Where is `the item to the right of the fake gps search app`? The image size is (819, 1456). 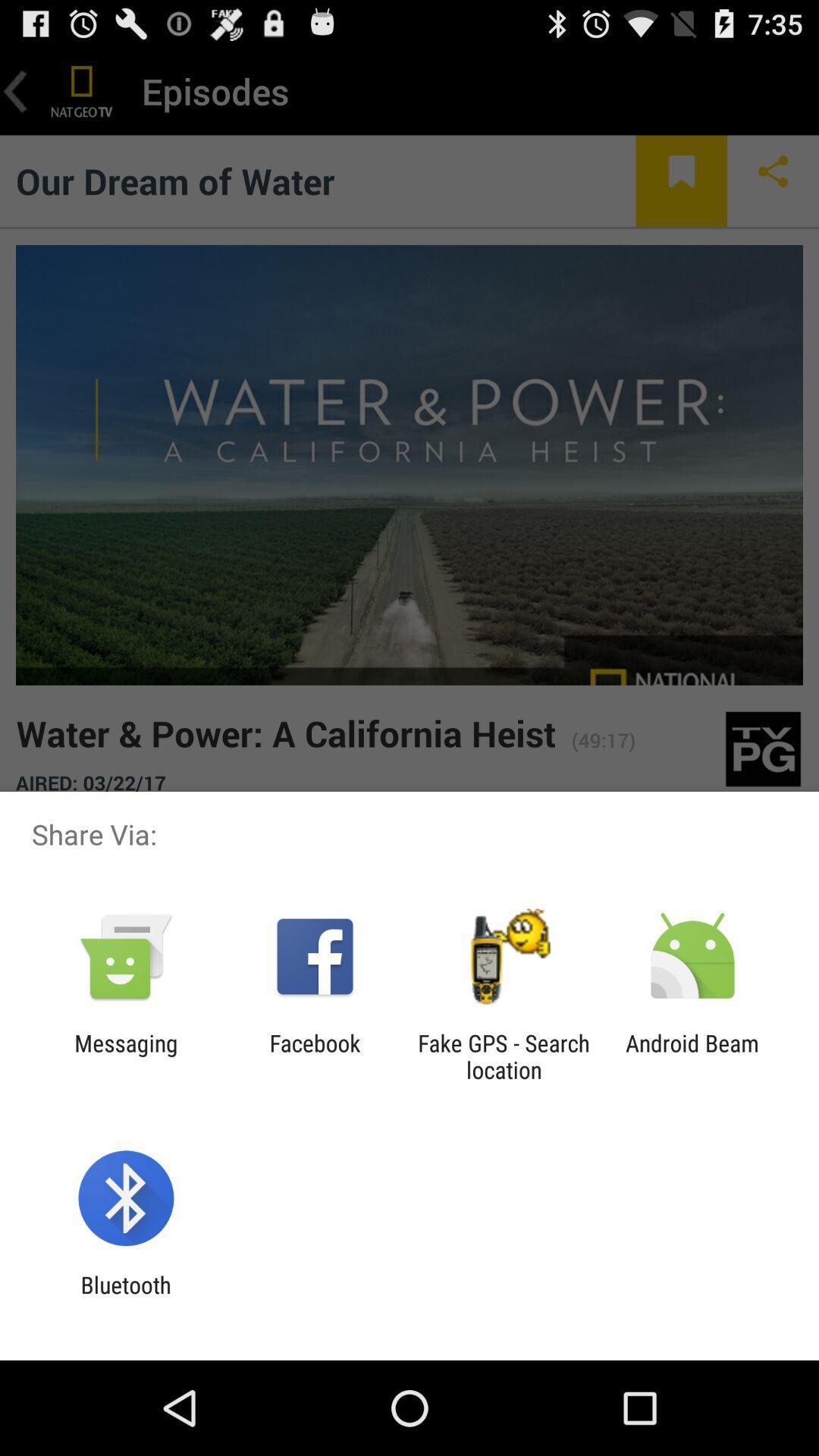 the item to the right of the fake gps search app is located at coordinates (692, 1056).